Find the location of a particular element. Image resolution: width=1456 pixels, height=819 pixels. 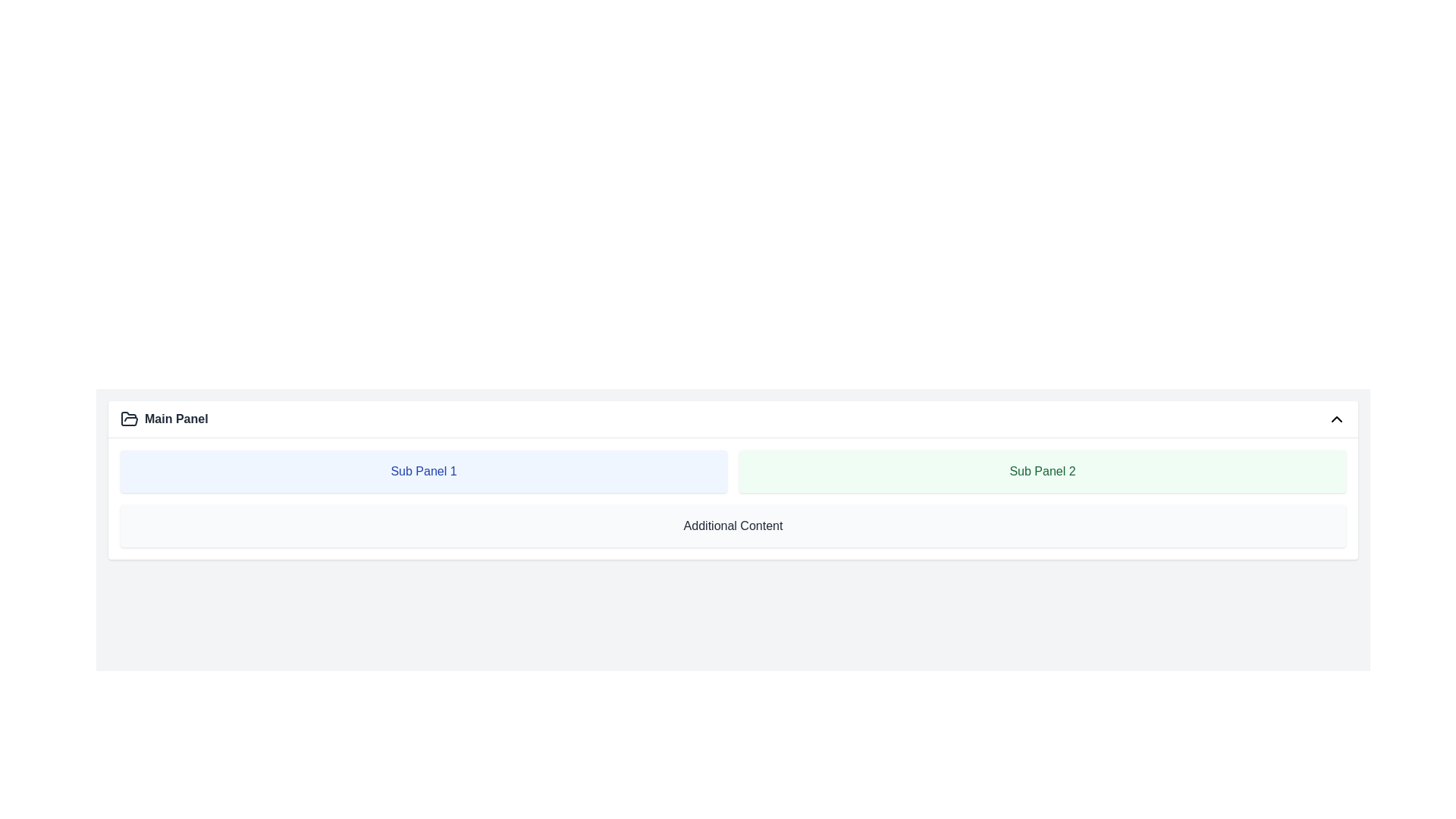

label 'Main Panel' which is displayed in bold with a dark gray font, located near the top-left corner of its containing panel is located at coordinates (164, 419).